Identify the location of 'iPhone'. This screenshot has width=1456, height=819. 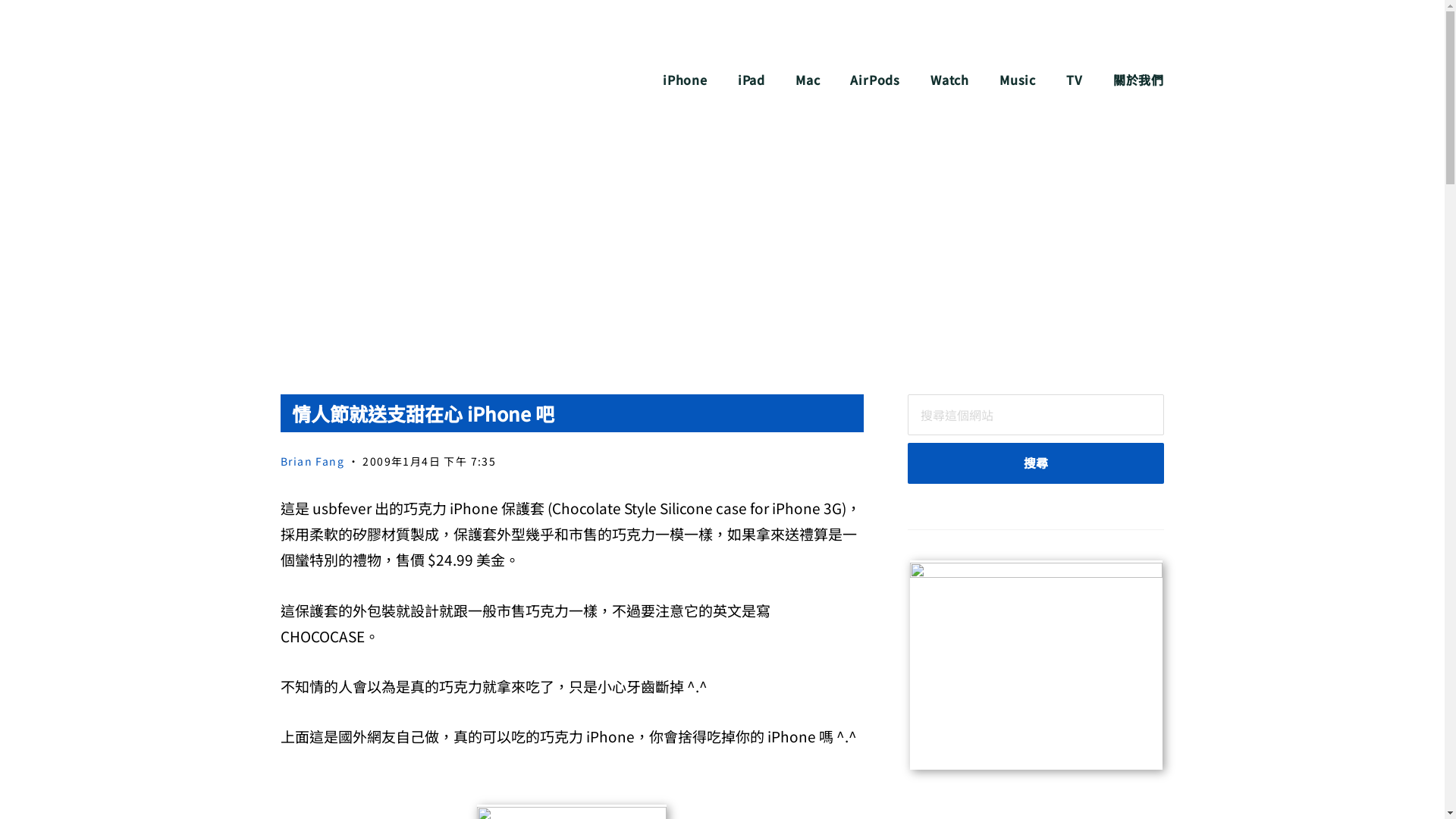
(684, 80).